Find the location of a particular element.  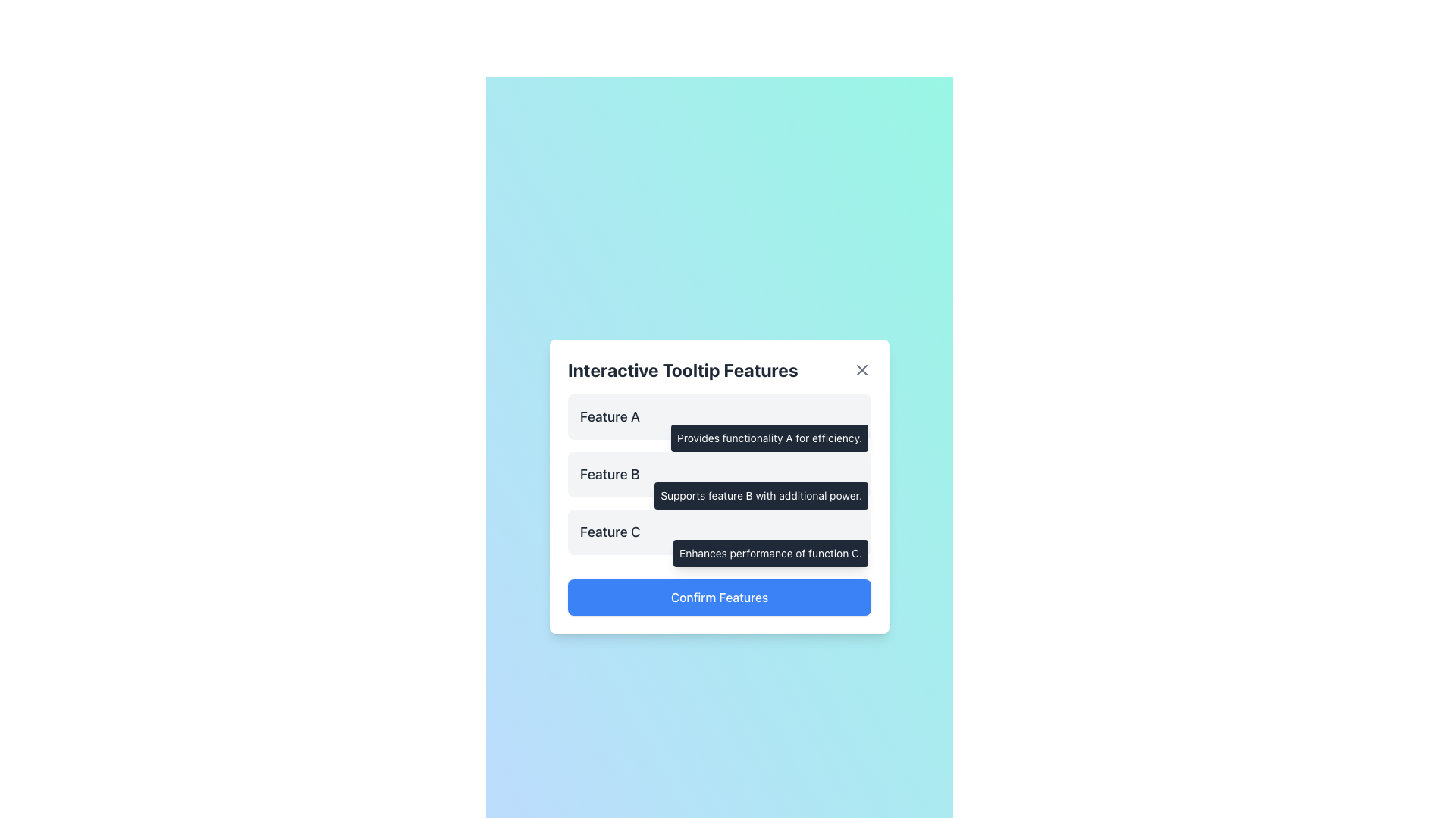

the static text element titled 'Interactive Tooltip Features', which is a bold, dark gray font header located at the top of a modal dialog box is located at coordinates (682, 370).